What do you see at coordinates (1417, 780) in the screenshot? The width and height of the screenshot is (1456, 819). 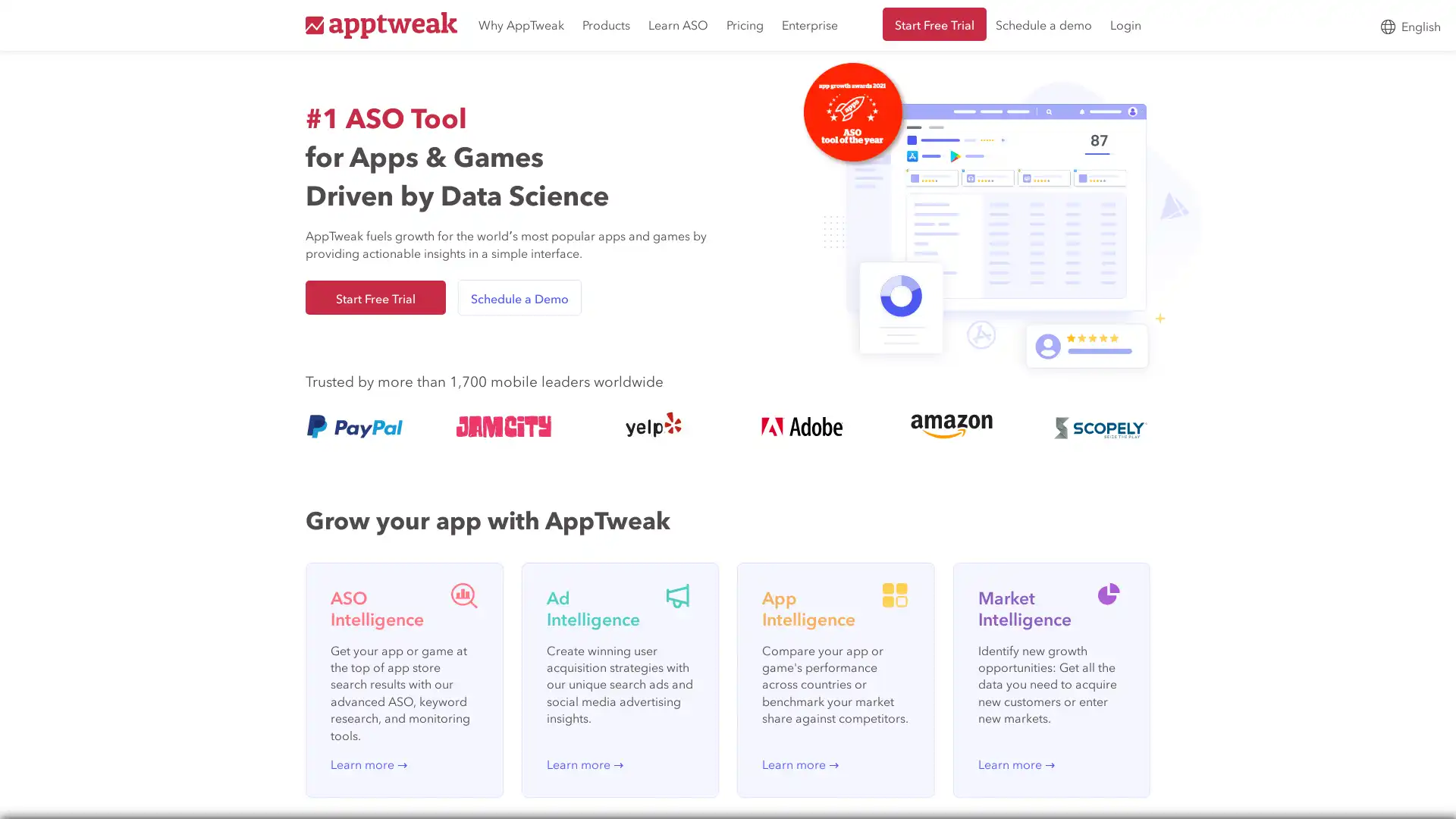 I see `Open Intercom Messenger` at bounding box center [1417, 780].